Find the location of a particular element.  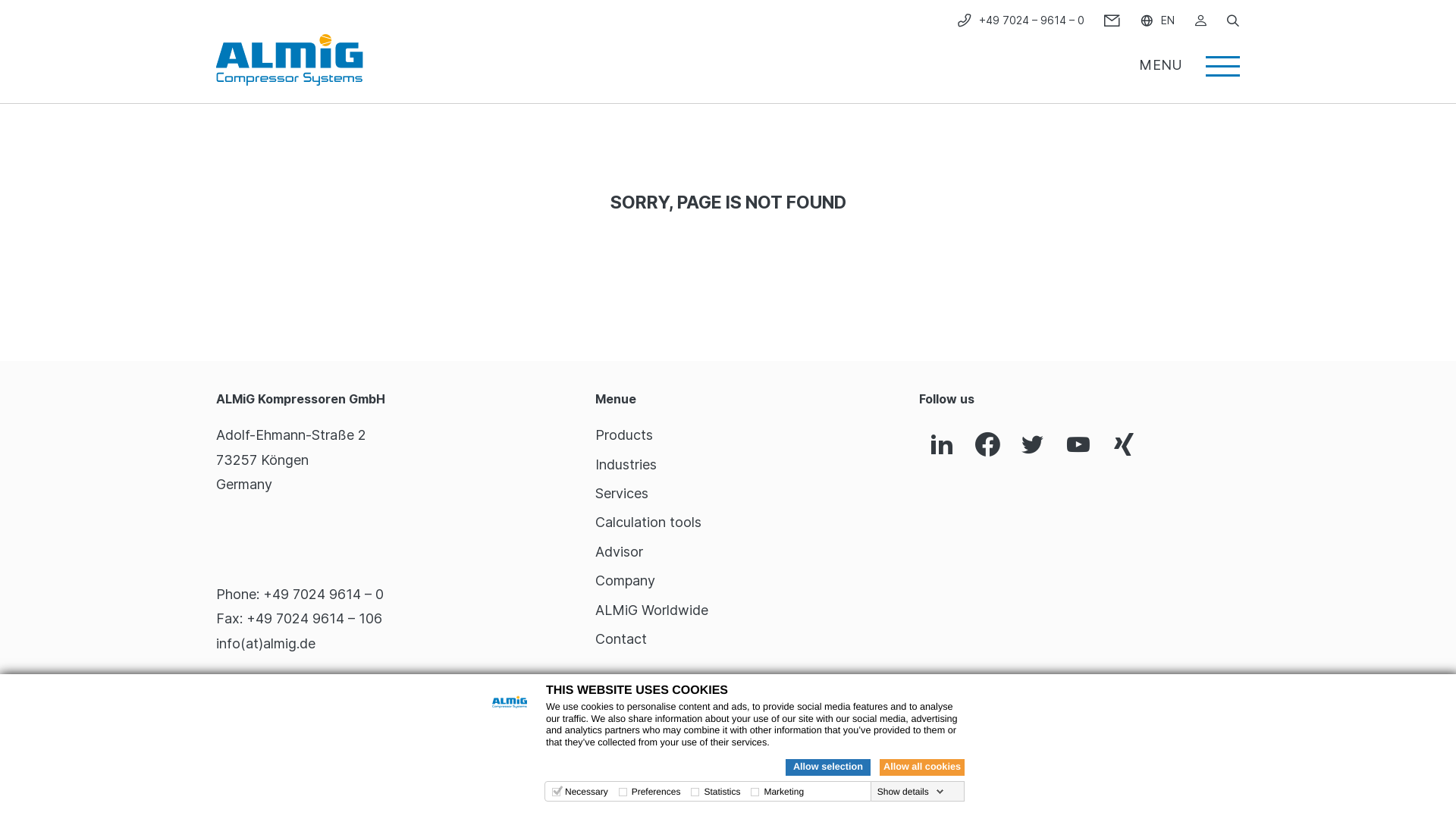

'EN' is located at coordinates (1156, 20).